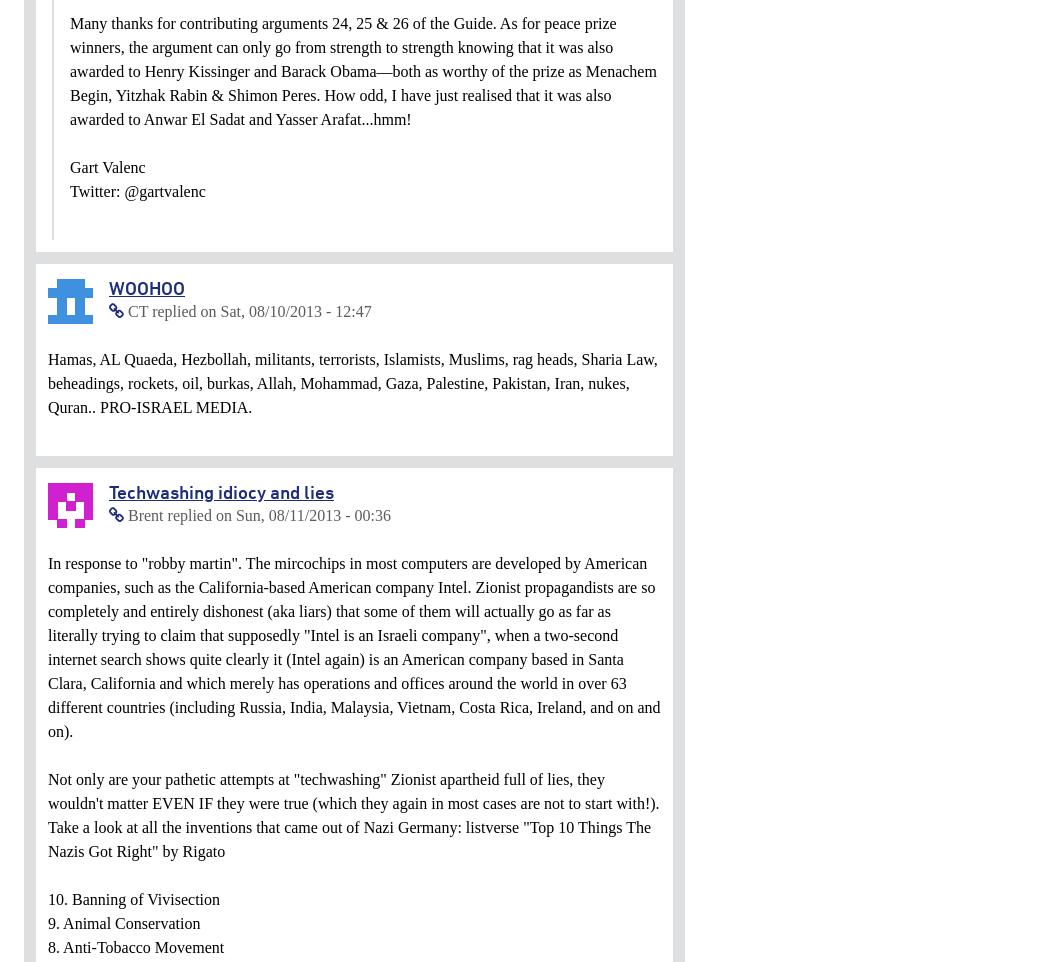 The image size is (1050, 962). I want to click on 'Many thanks for contributing arguments 24, 25 & 26 of the Guide. As for peace prize winners, the argument can only go from strength to strength knowing that it was also awarded to Henry Kissinger and Barack Obama—both as worthy of the prize as Menachem Begin, Yitzhak Rabin & Shimon Peres. How odd, I have just realised that it was also awarded to Anwar El Sadat and Yasser Arafat...hmm!', so click(69, 71).